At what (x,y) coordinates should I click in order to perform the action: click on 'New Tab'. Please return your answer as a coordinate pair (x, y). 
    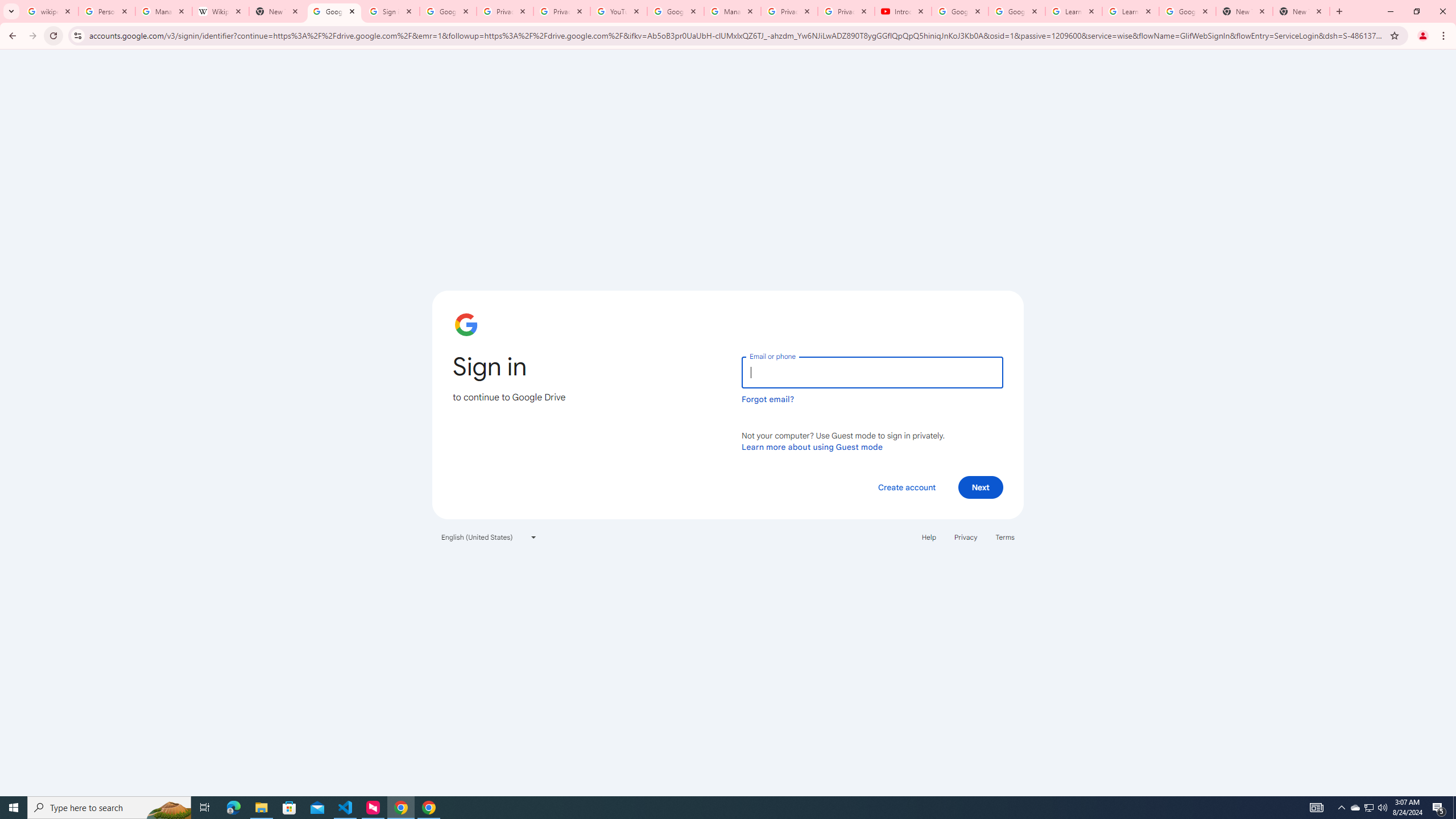
    Looking at the image, I should click on (1244, 11).